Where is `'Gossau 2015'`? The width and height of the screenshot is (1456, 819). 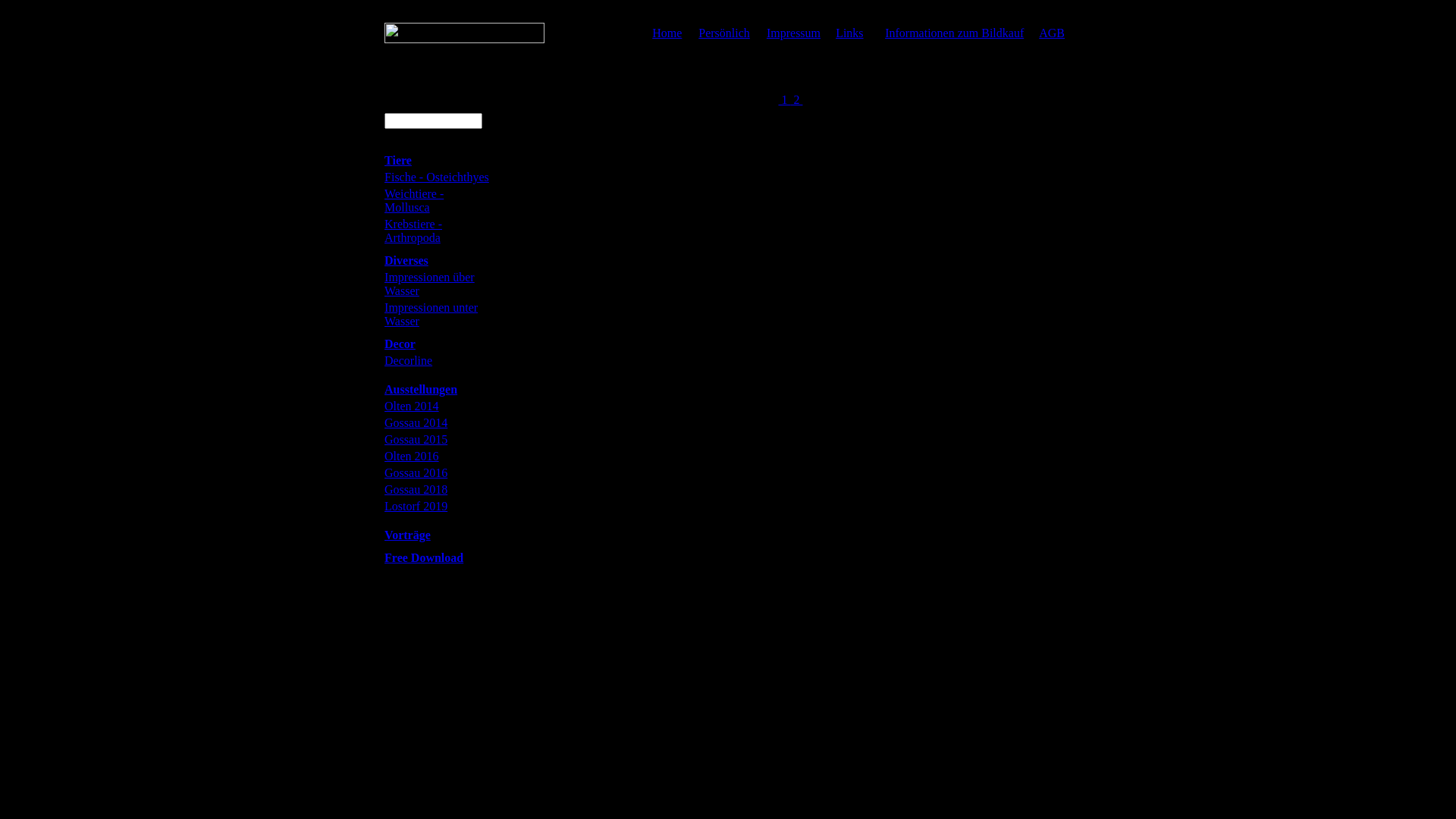 'Gossau 2015' is located at coordinates (384, 439).